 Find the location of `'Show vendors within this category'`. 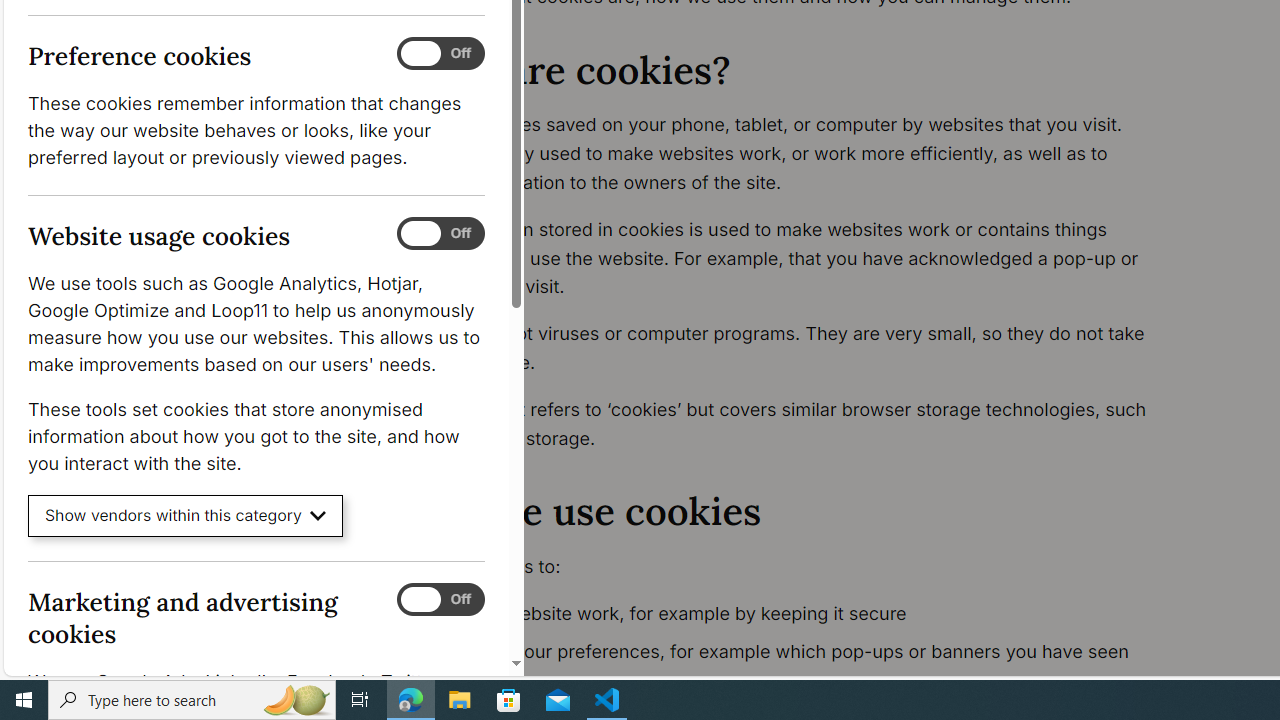

'Show vendors within this category' is located at coordinates (185, 515).